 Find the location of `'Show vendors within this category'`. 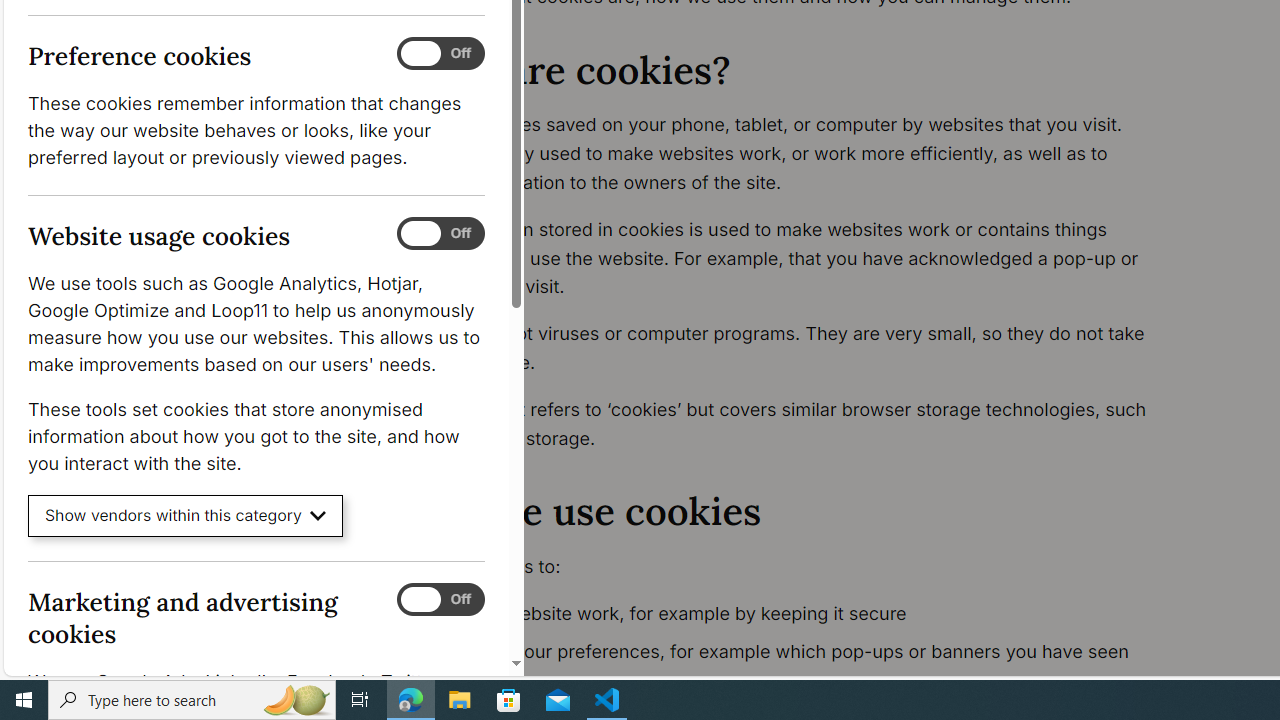

'Show vendors within this category' is located at coordinates (185, 515).